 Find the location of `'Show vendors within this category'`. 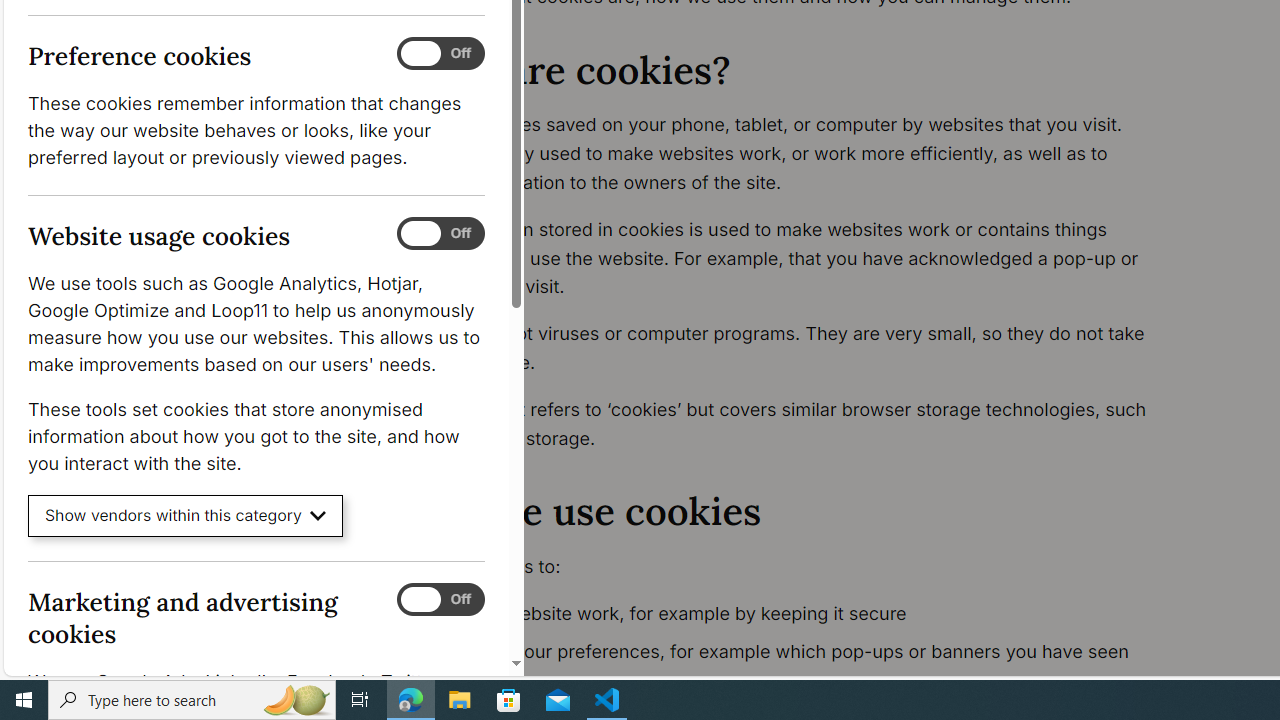

'Show vendors within this category' is located at coordinates (185, 515).